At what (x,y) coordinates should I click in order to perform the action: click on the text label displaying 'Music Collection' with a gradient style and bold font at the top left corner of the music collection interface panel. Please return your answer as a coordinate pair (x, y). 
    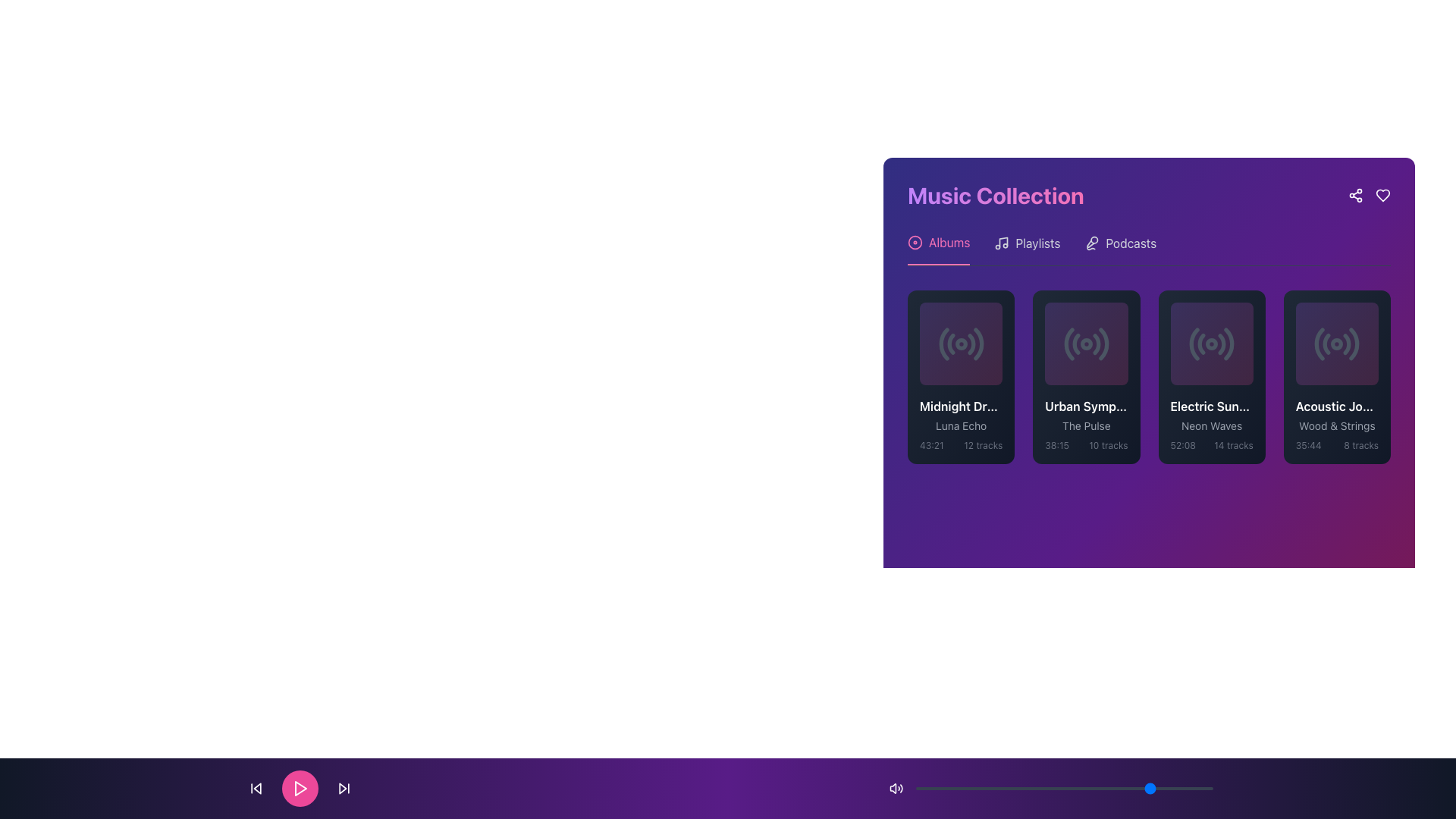
    Looking at the image, I should click on (996, 195).